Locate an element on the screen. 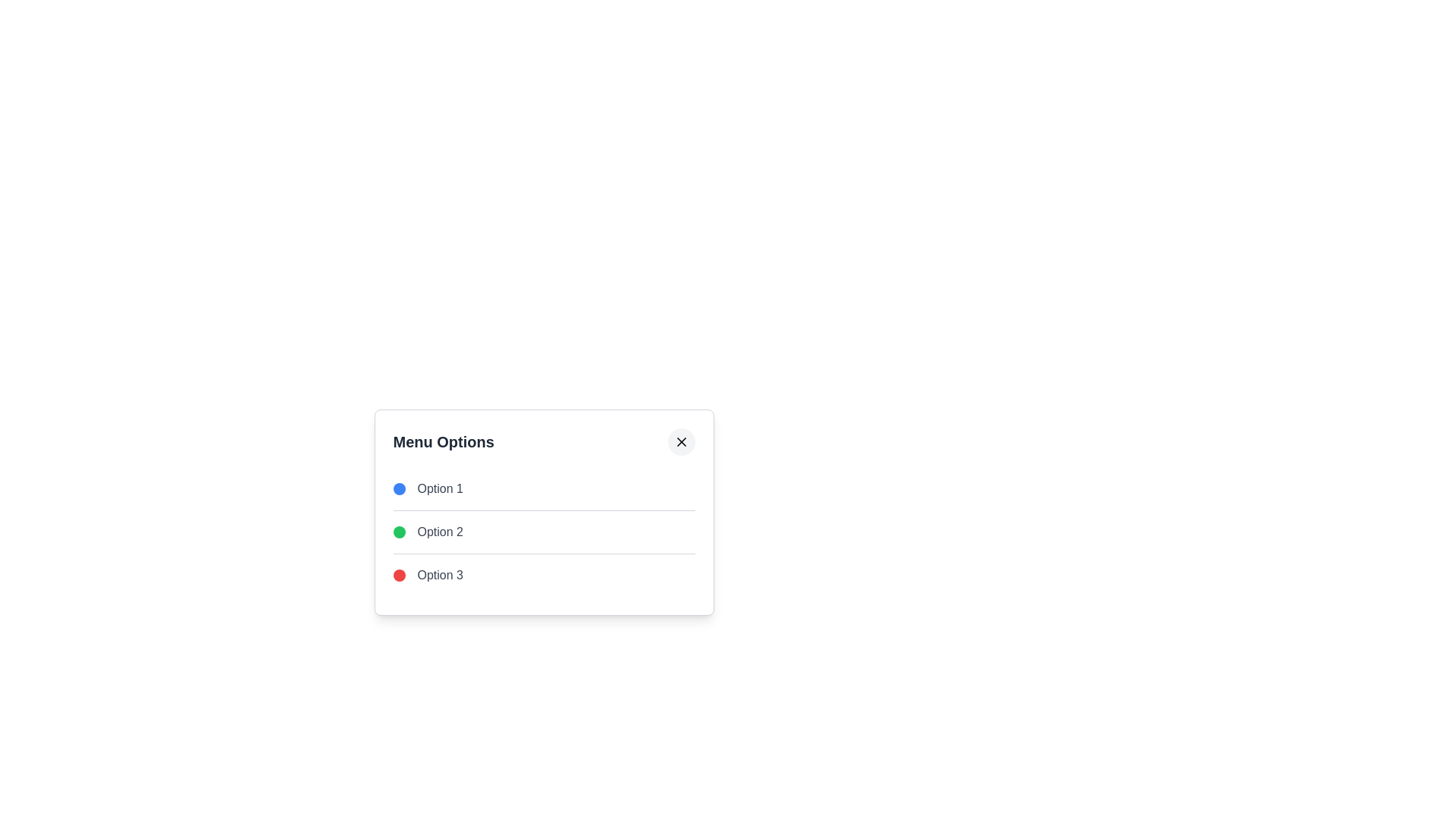  the 'Menu Options' text label, which is a bold, large-sized header in dark gray, prominently displayed at the top-left corner of the menu interface is located at coordinates (443, 441).